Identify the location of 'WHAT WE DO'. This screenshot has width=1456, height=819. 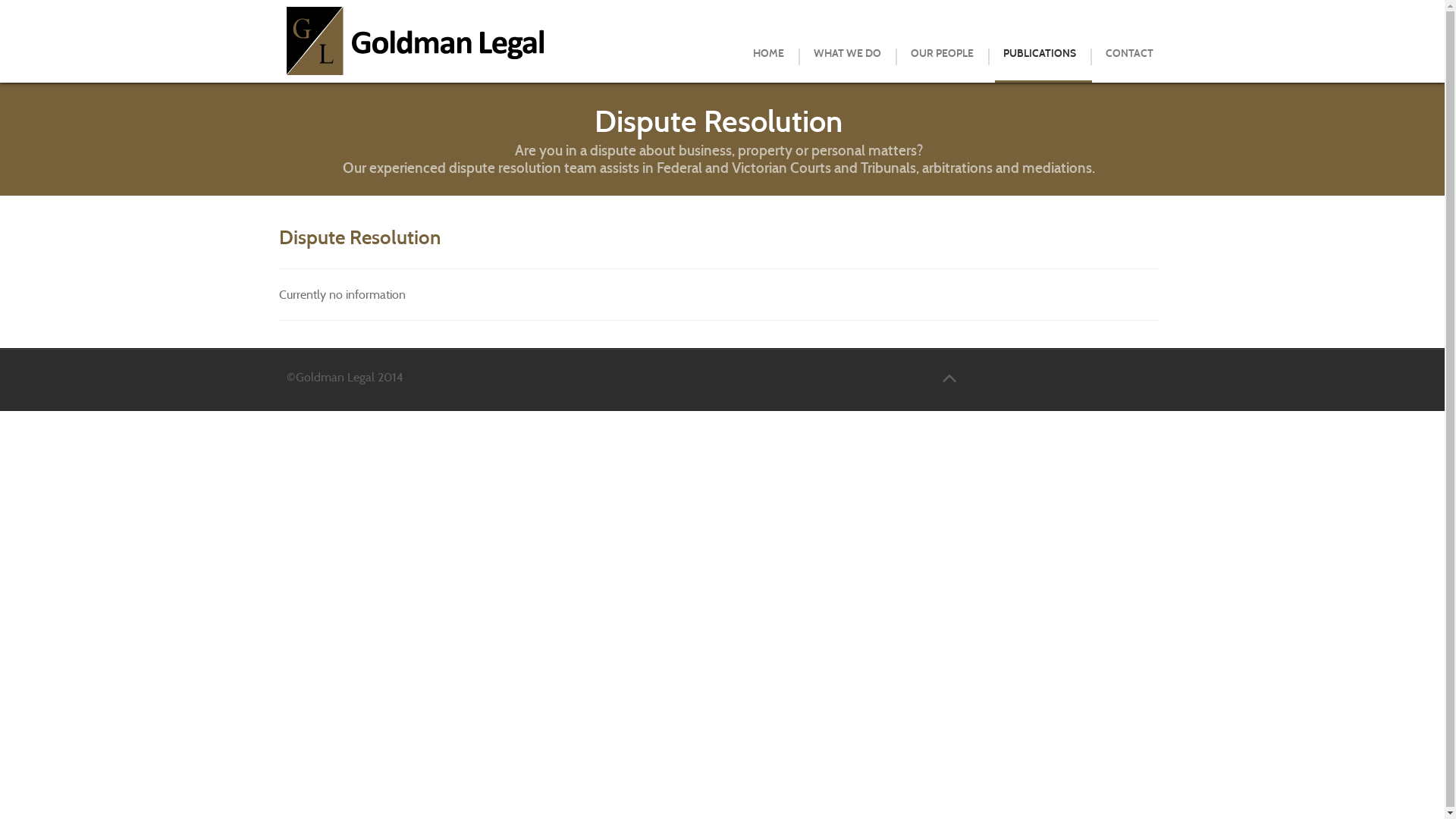
(800, 52).